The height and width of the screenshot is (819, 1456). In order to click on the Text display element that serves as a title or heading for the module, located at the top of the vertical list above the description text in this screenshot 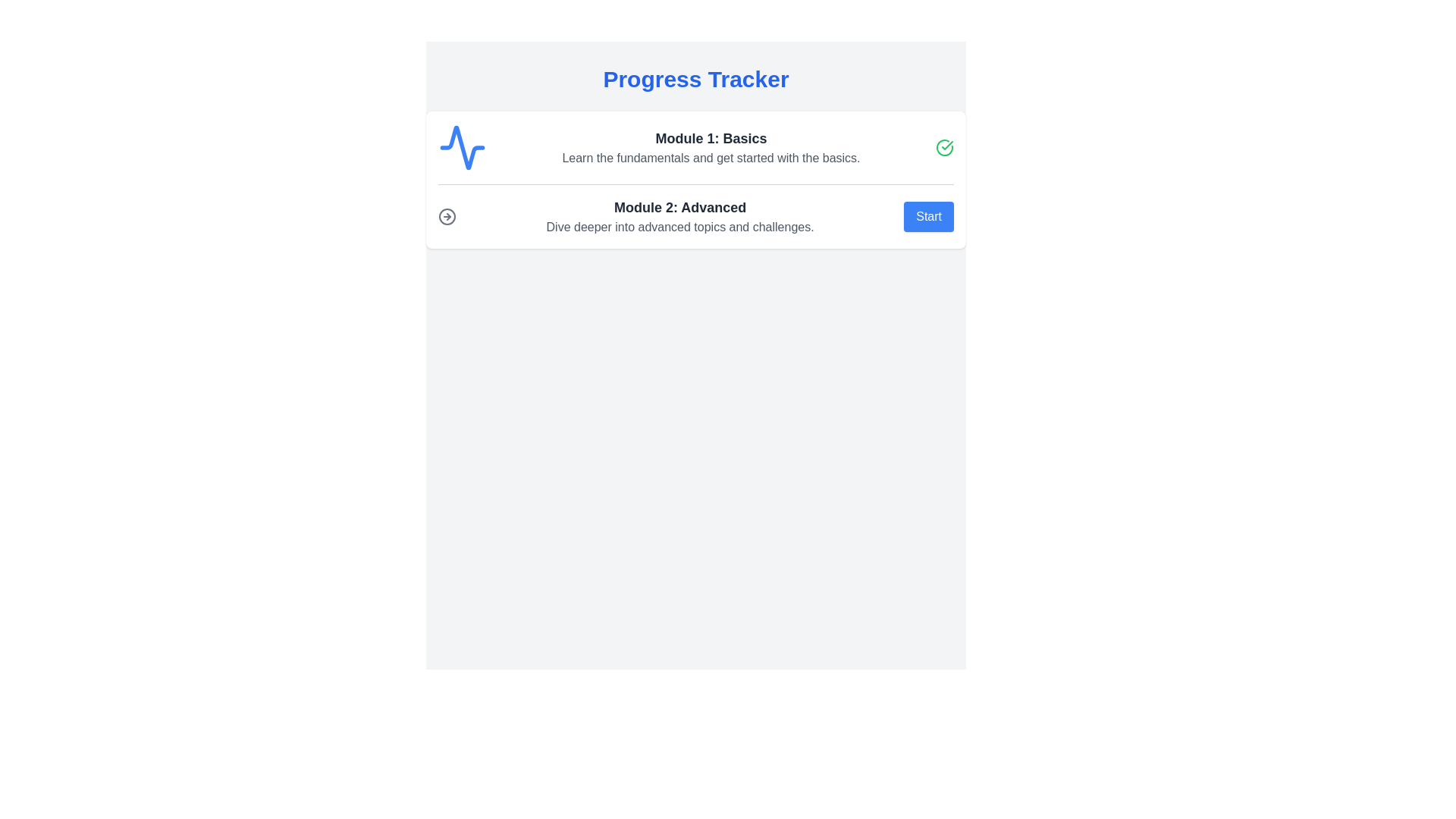, I will do `click(710, 138)`.